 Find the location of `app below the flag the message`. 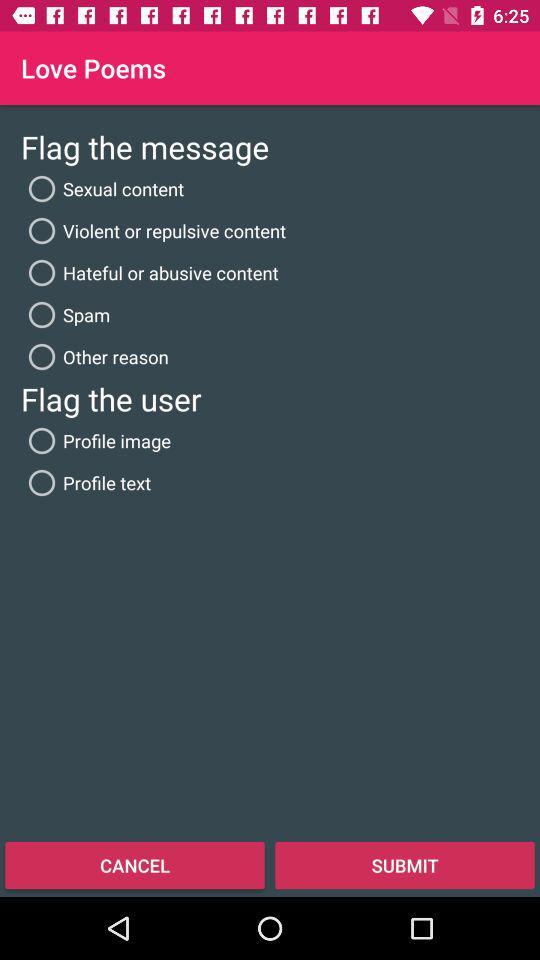

app below the flag the message is located at coordinates (102, 189).